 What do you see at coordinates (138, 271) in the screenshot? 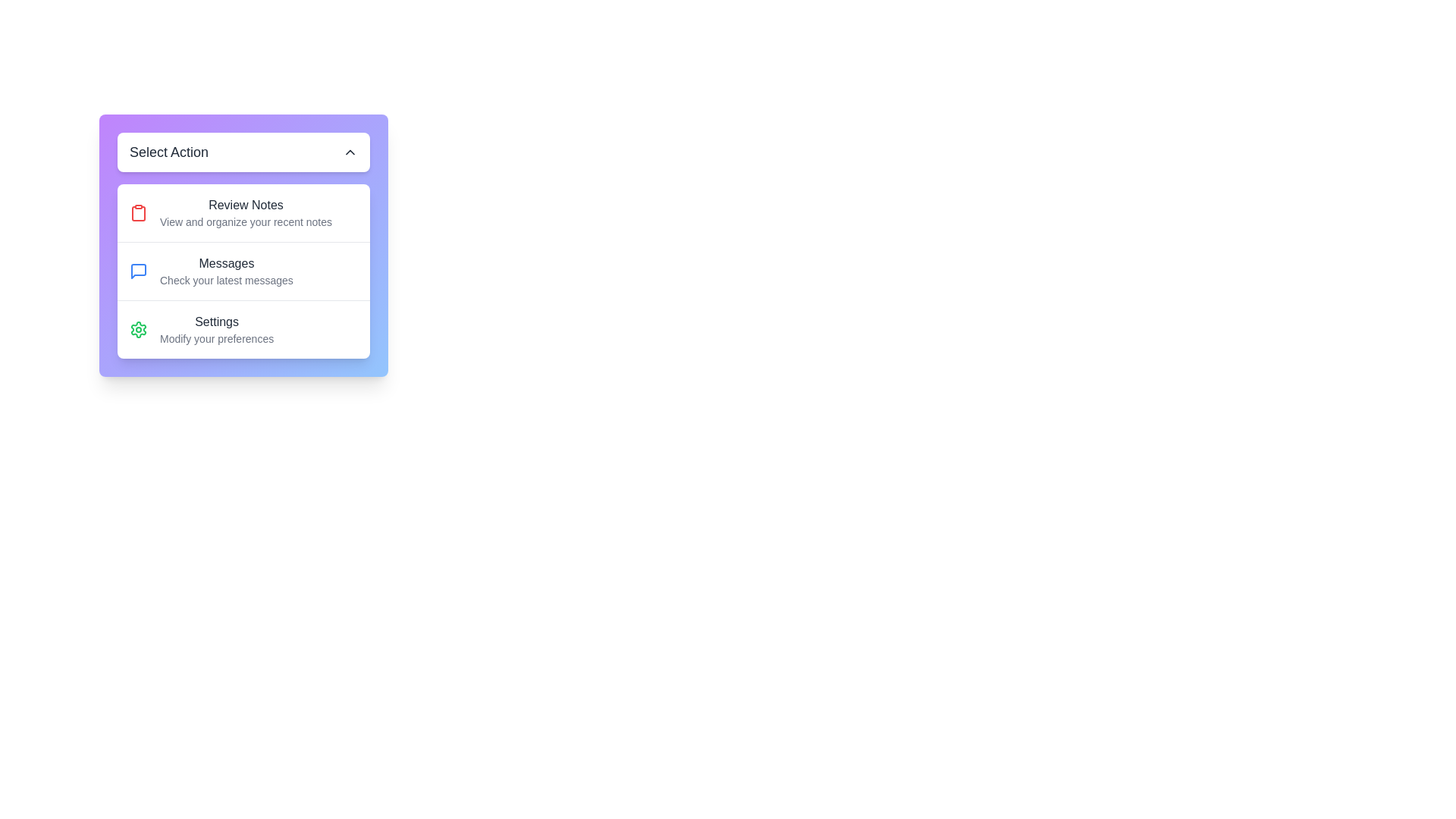
I see `the speech bubble icon with a blue outline located to the left of the 'Messages' text label in the vertical list of menu options` at bounding box center [138, 271].